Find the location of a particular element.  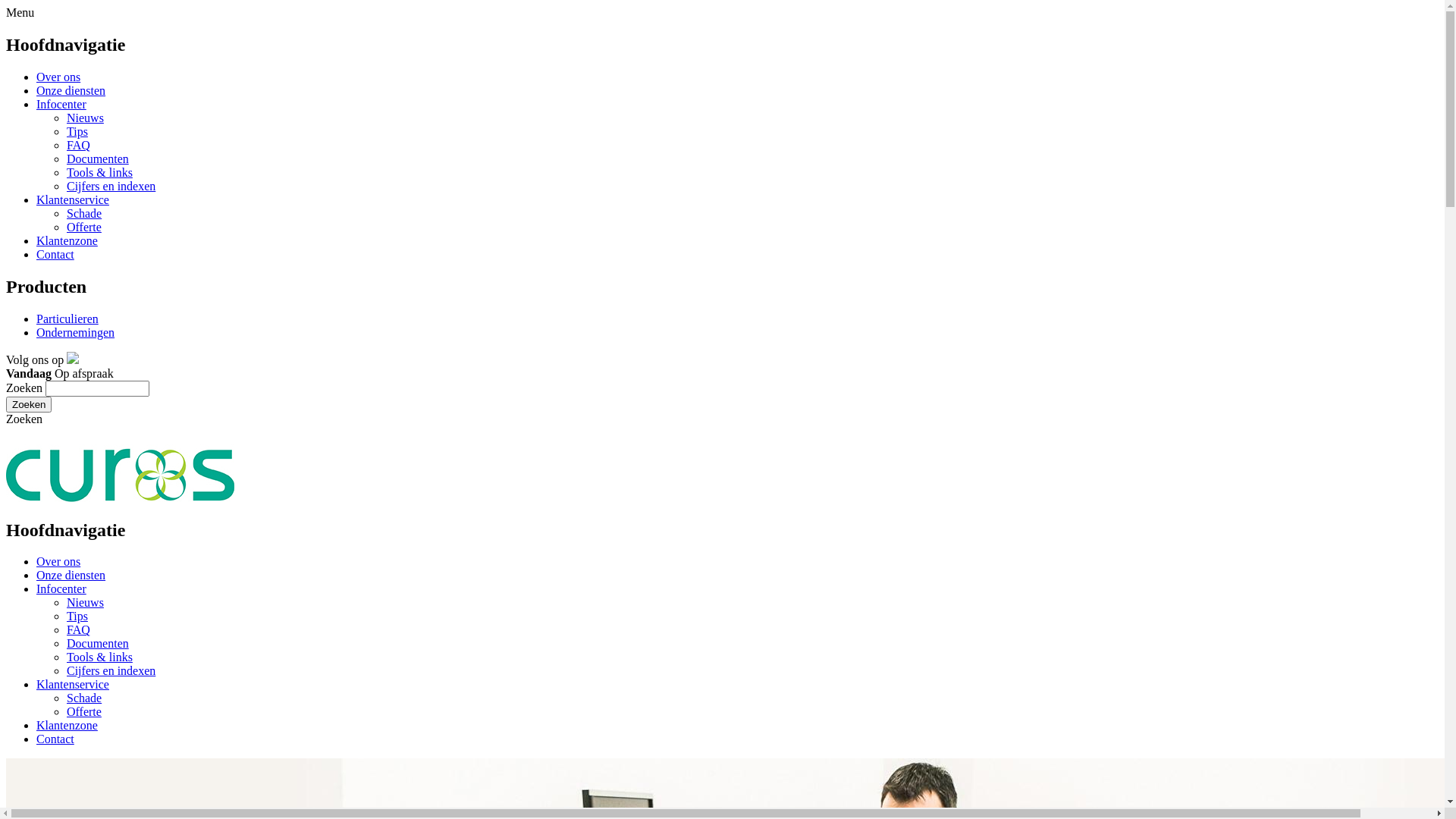

'Ondernemingen' is located at coordinates (74, 331).